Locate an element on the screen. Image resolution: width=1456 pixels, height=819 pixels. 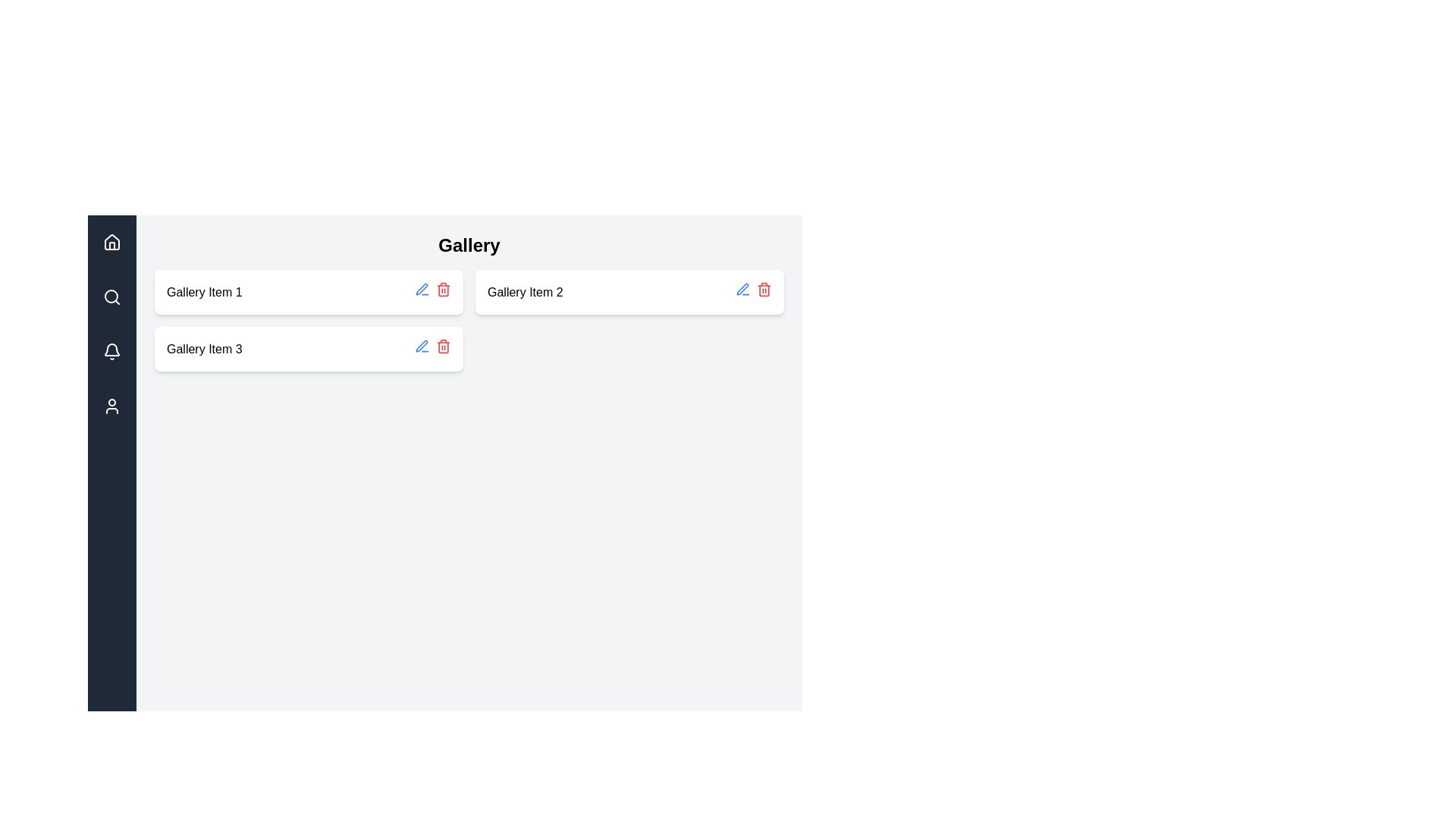
the bold, large 'Gallery' text displayed at the top of the content area, which is centered horizontally and styled in black on a light background is located at coordinates (469, 245).